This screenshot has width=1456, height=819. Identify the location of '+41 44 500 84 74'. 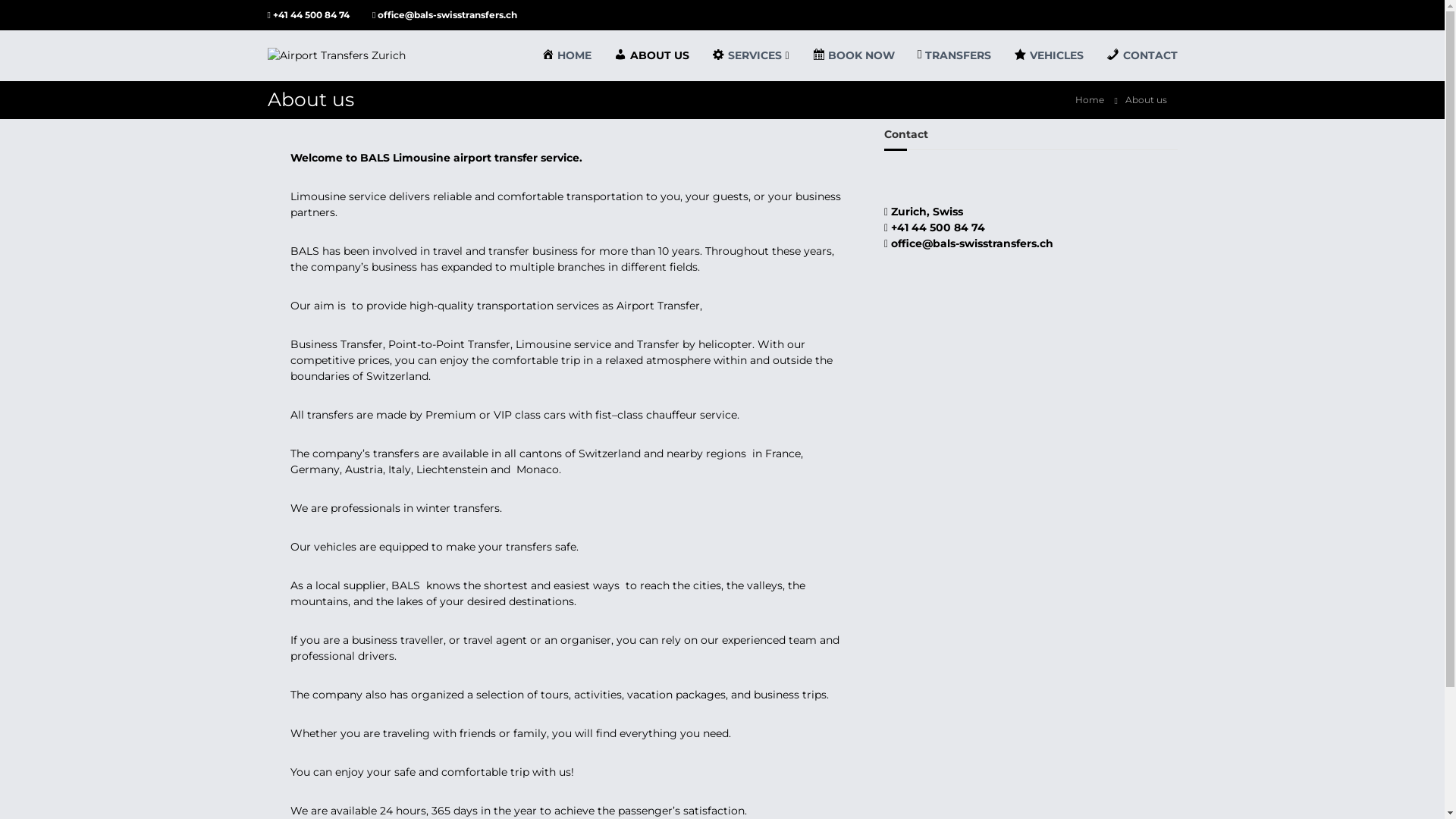
(935, 227).